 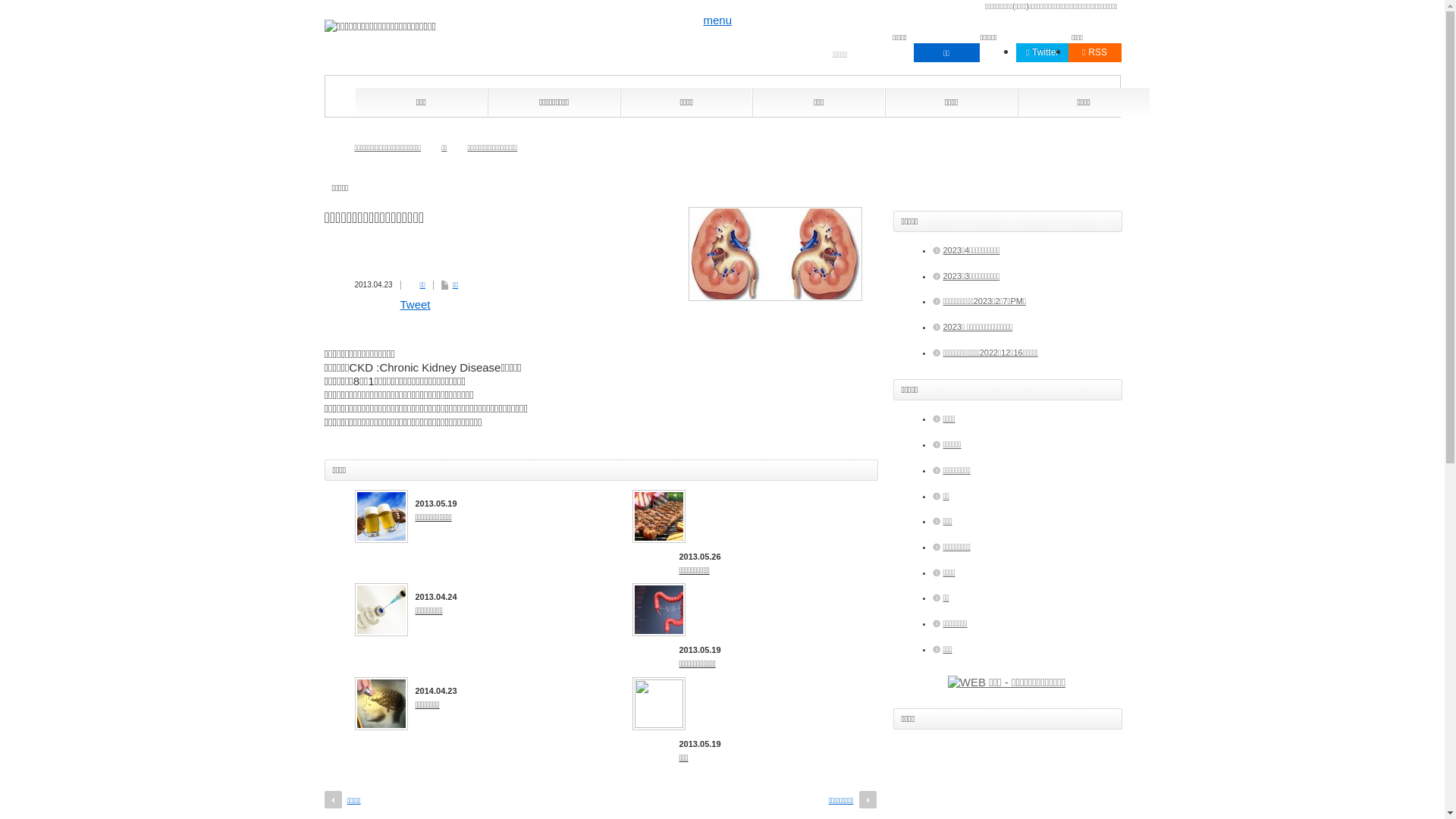 What do you see at coordinates (415, 304) in the screenshot?
I see `'Tweet'` at bounding box center [415, 304].